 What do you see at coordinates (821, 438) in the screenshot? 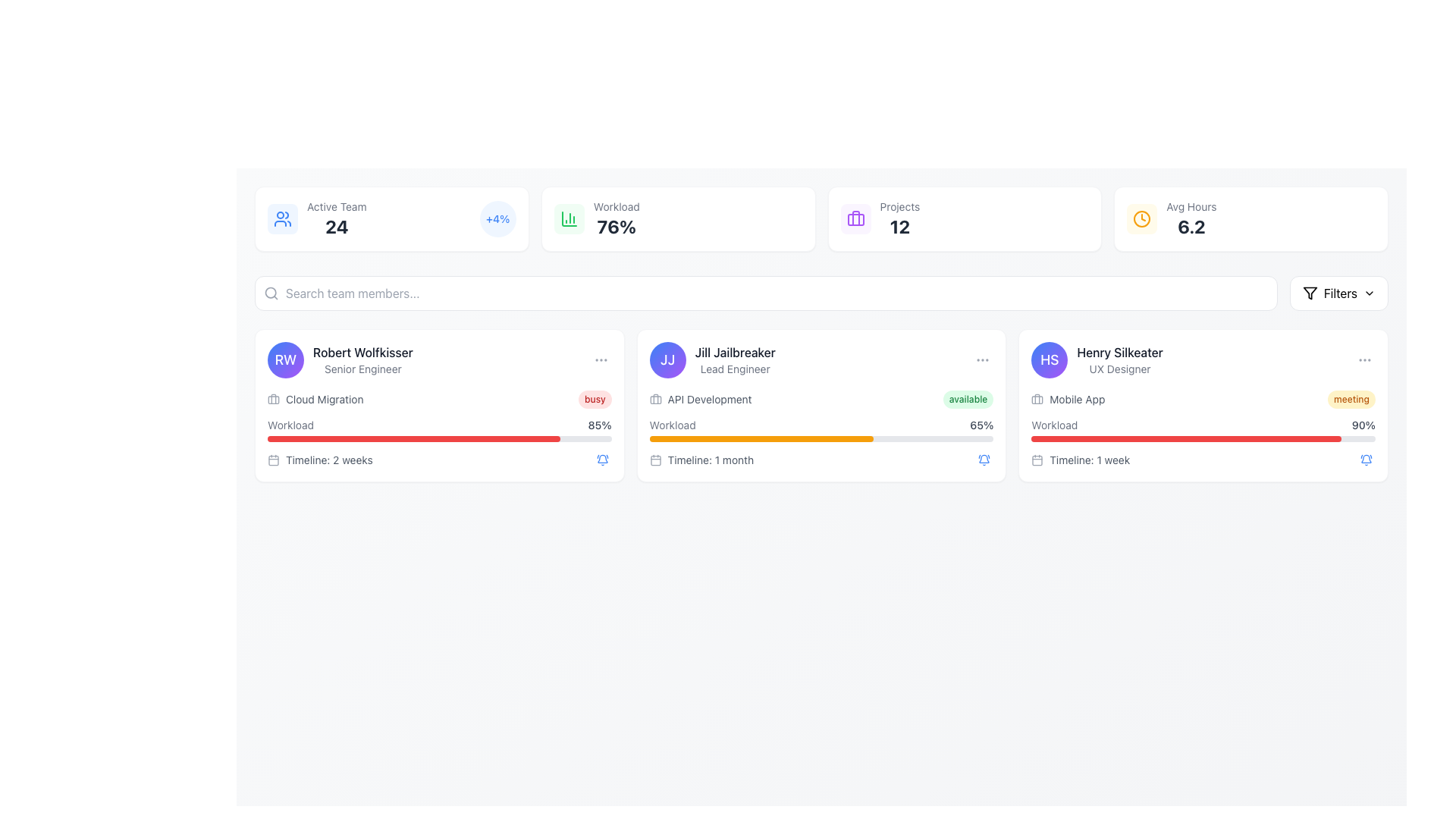
I see `the horizontal progress bar with a light-gray background and amber filled portion located in the workload section of the middle card titled 'Jill Jailbreaker'` at bounding box center [821, 438].